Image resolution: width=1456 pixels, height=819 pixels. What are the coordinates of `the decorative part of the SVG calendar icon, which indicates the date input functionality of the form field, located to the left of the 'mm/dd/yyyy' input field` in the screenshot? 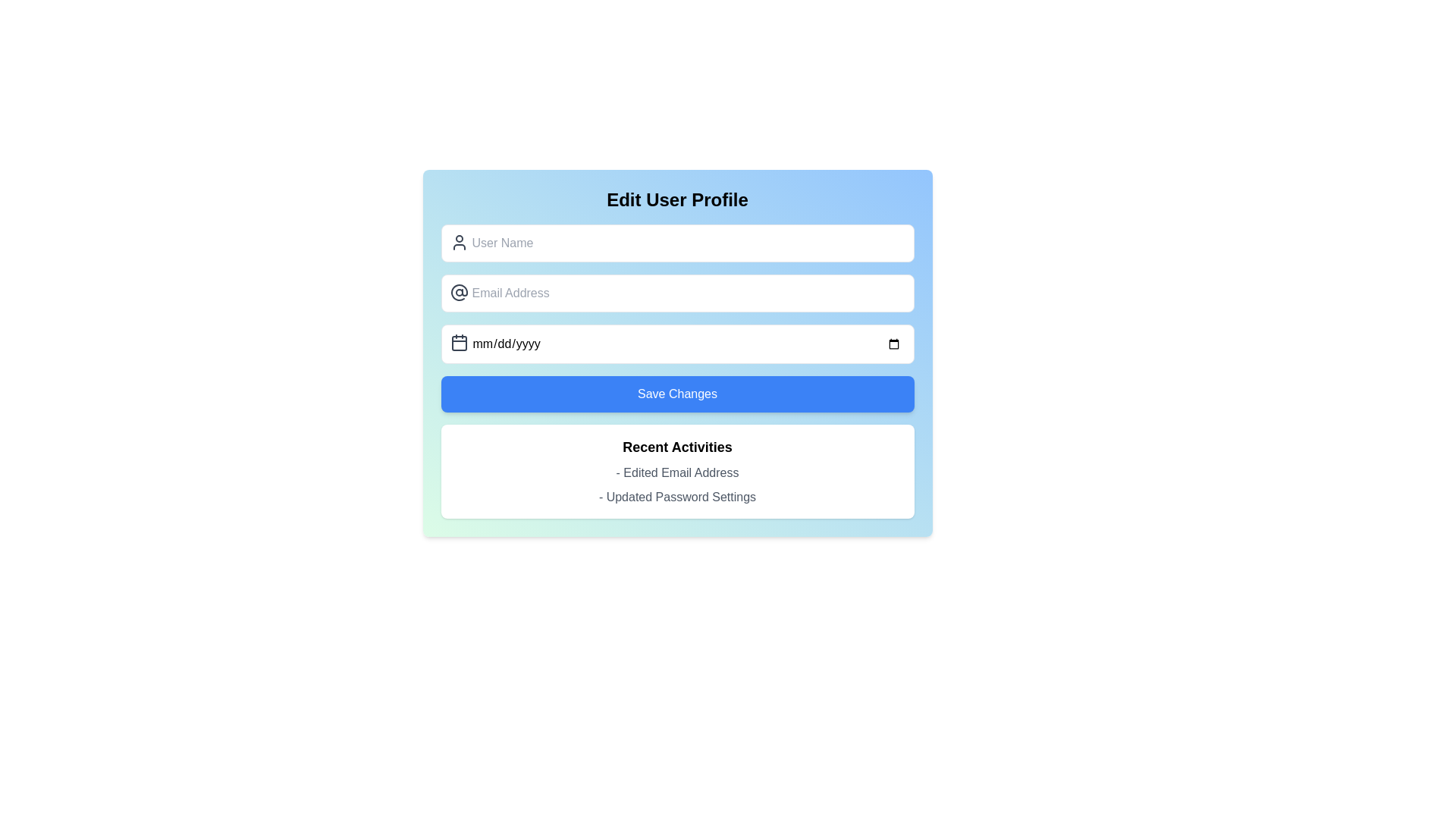 It's located at (458, 343).